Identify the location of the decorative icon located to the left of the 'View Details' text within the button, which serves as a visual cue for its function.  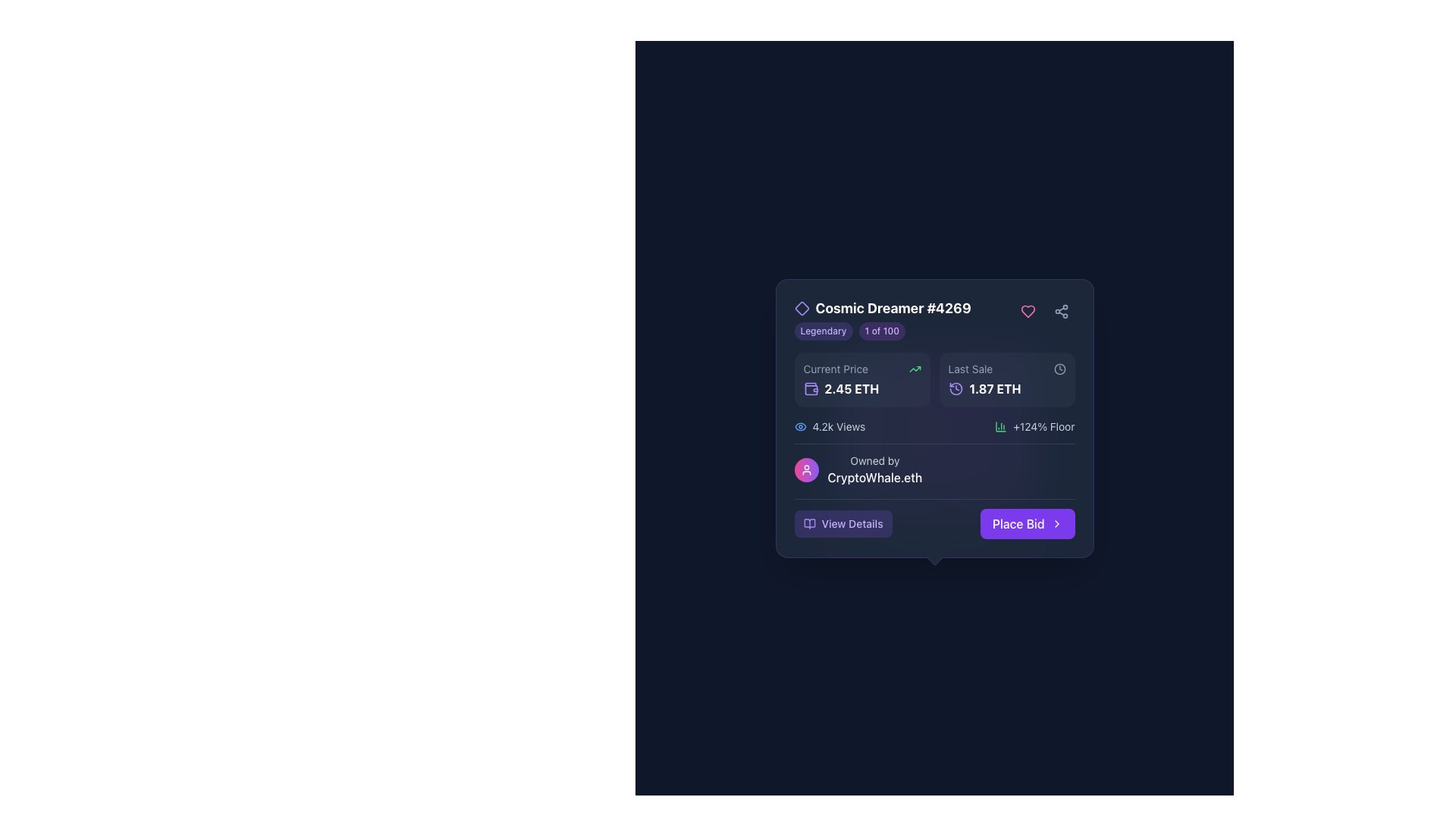
(808, 522).